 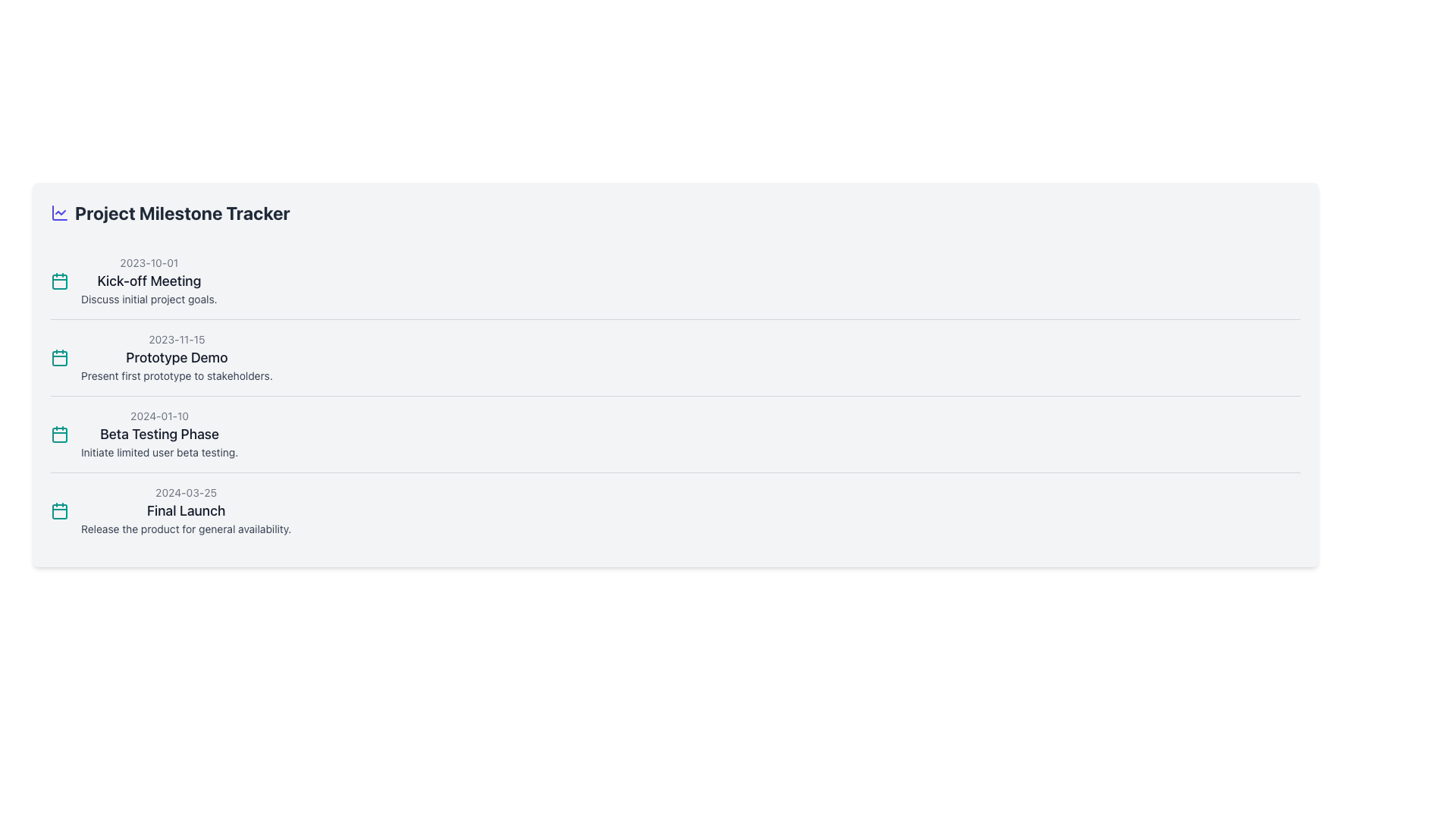 What do you see at coordinates (185, 511) in the screenshot?
I see `information presented in the text display block representing a project milestone, which is the fourth item in a vertical list of milestones` at bounding box center [185, 511].